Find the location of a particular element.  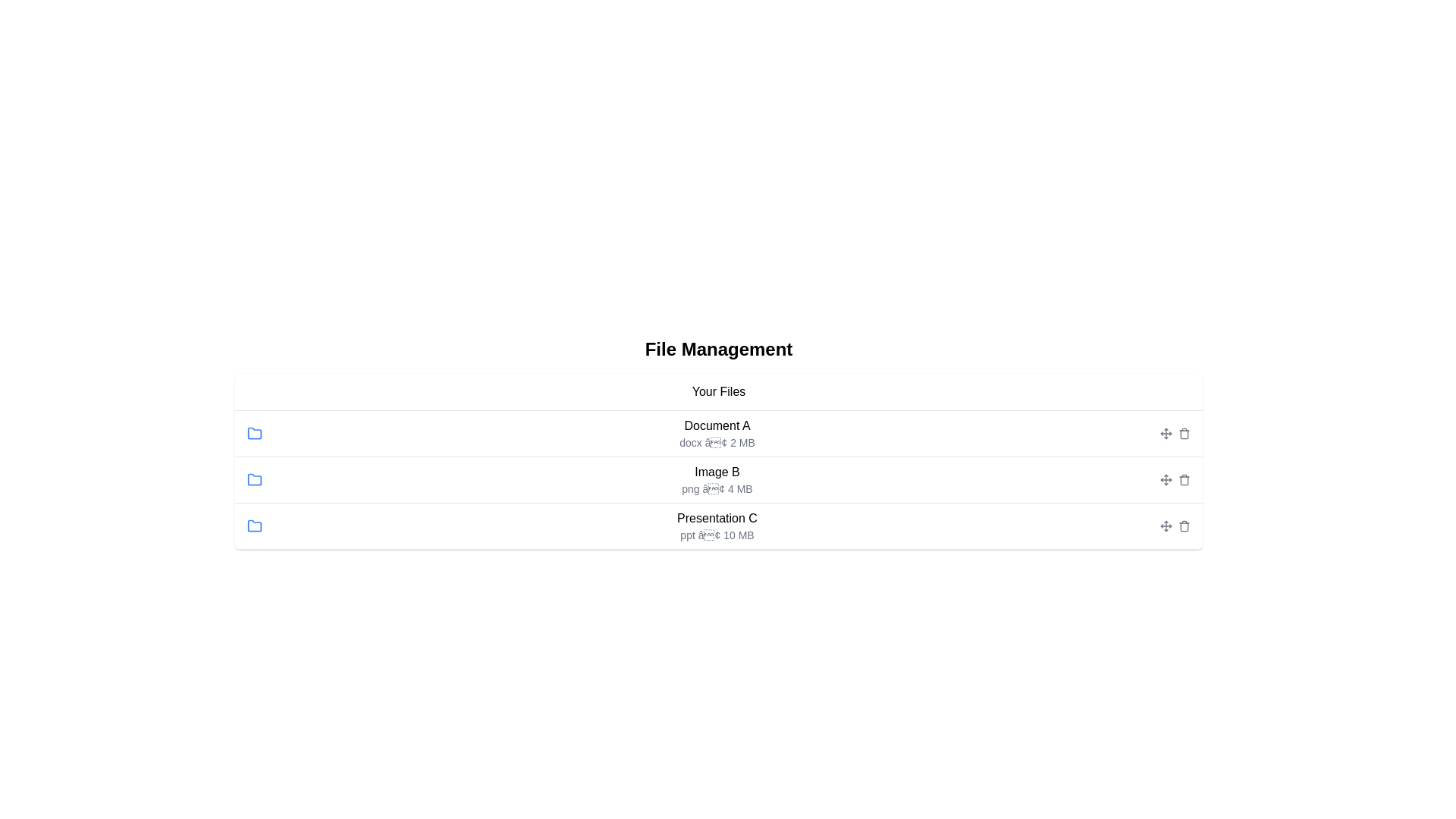

the arrow icon within the Grouped Action Icons located at the far right end of the row for 'Document A' in the 'Your Files' section is located at coordinates (1175, 433).